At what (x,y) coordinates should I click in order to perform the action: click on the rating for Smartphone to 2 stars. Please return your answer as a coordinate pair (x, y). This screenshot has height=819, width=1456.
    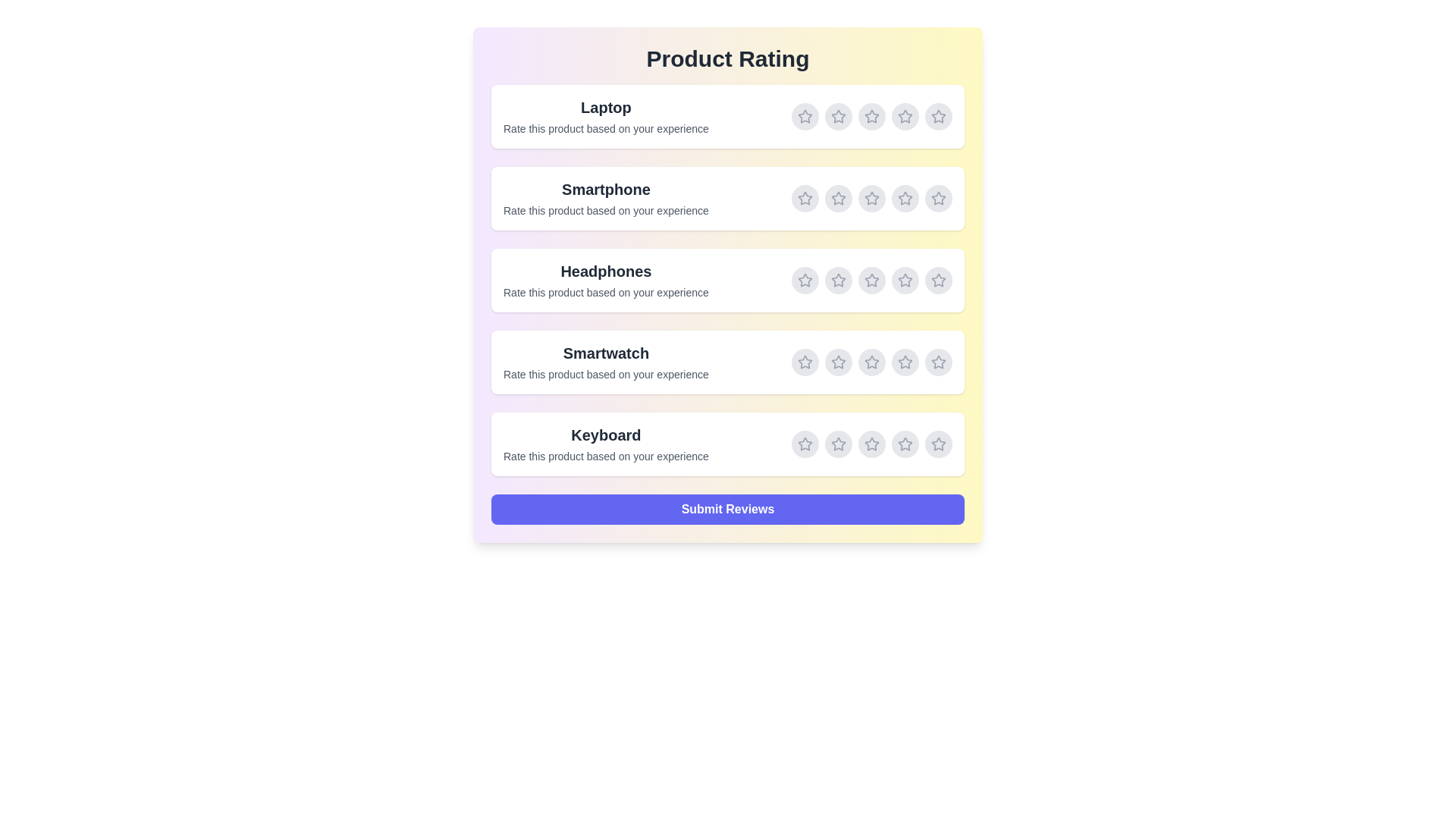
    Looking at the image, I should click on (837, 198).